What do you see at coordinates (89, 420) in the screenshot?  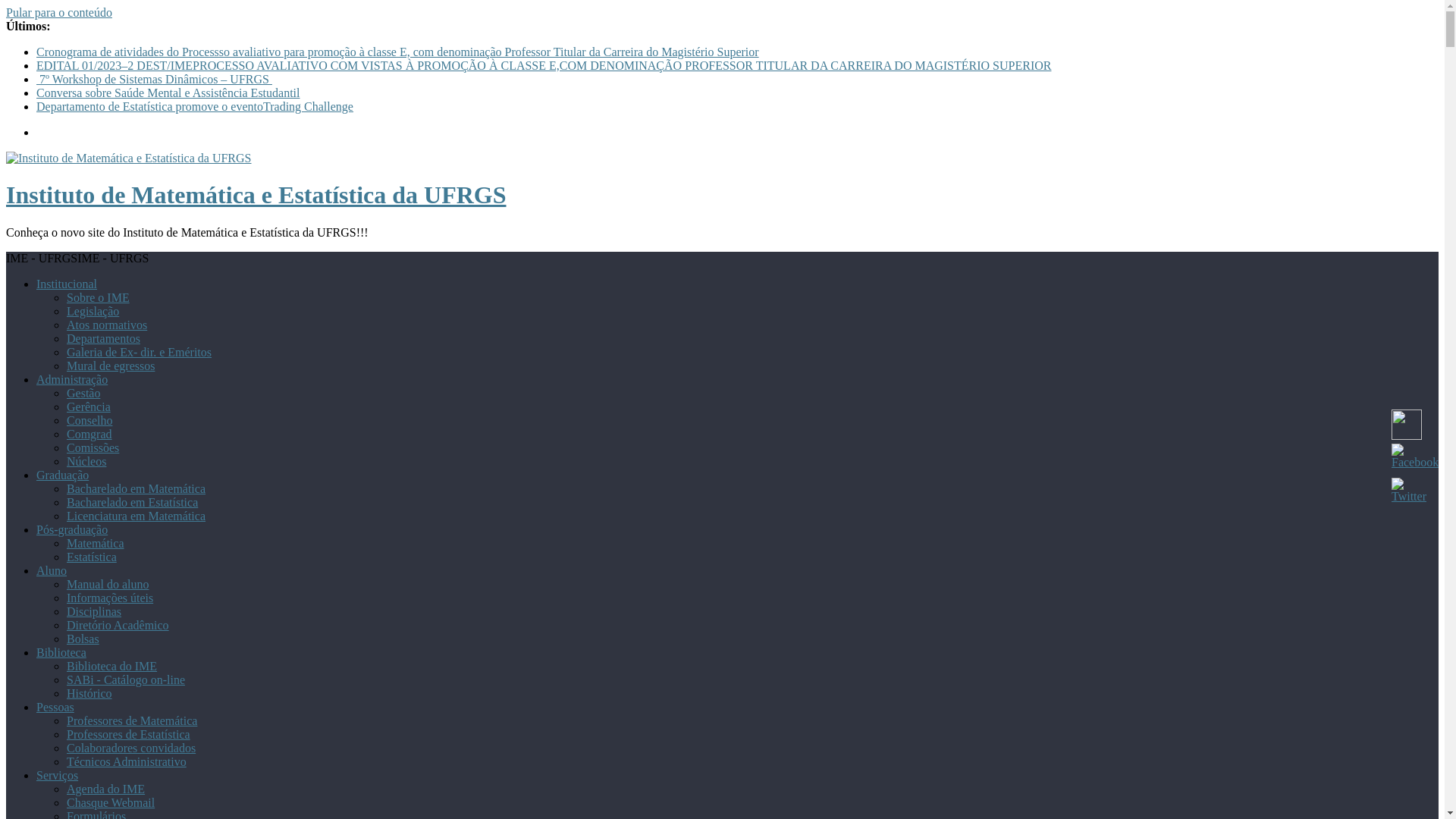 I see `'Conselho'` at bounding box center [89, 420].